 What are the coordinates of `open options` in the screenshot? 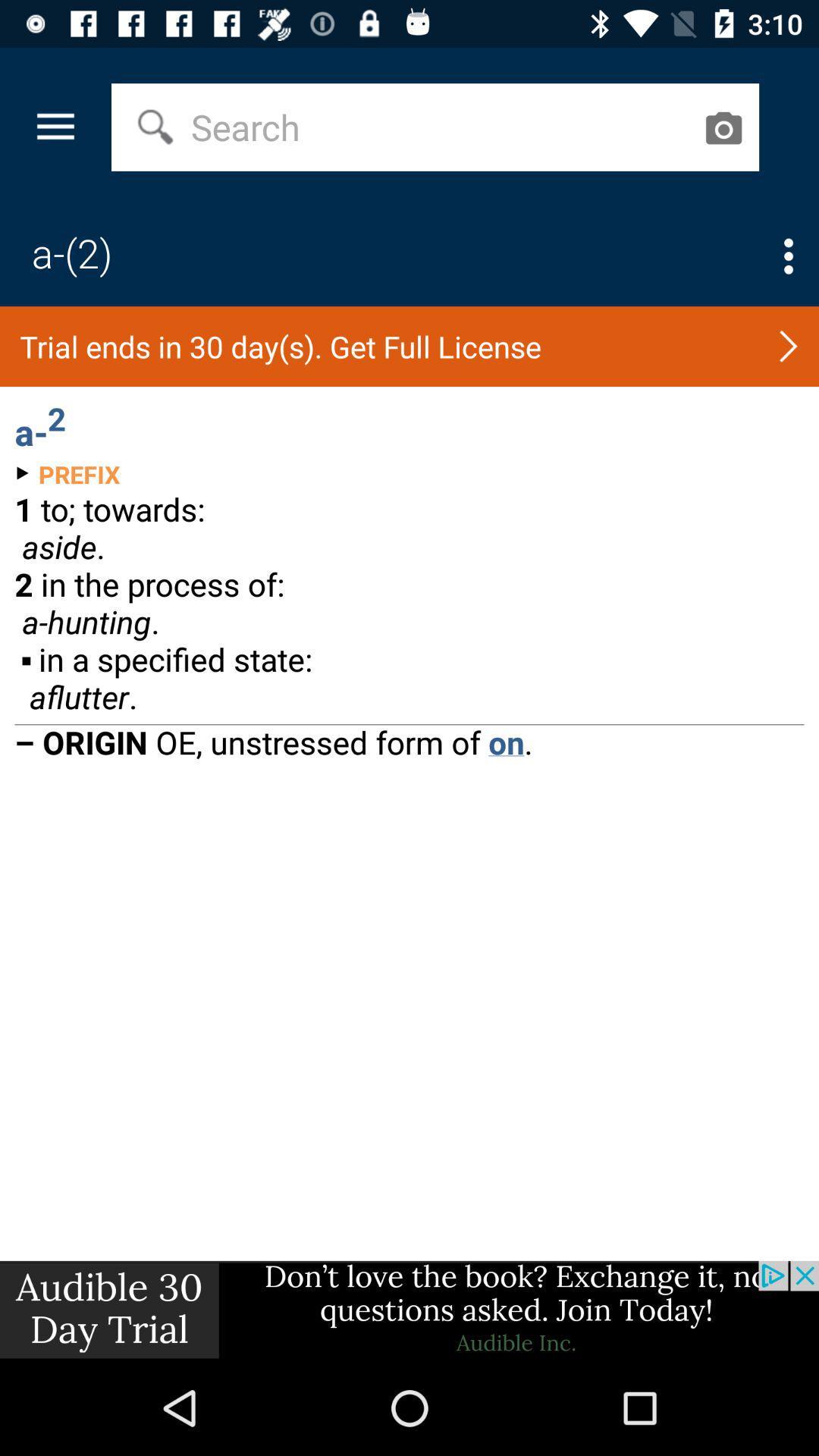 It's located at (788, 256).